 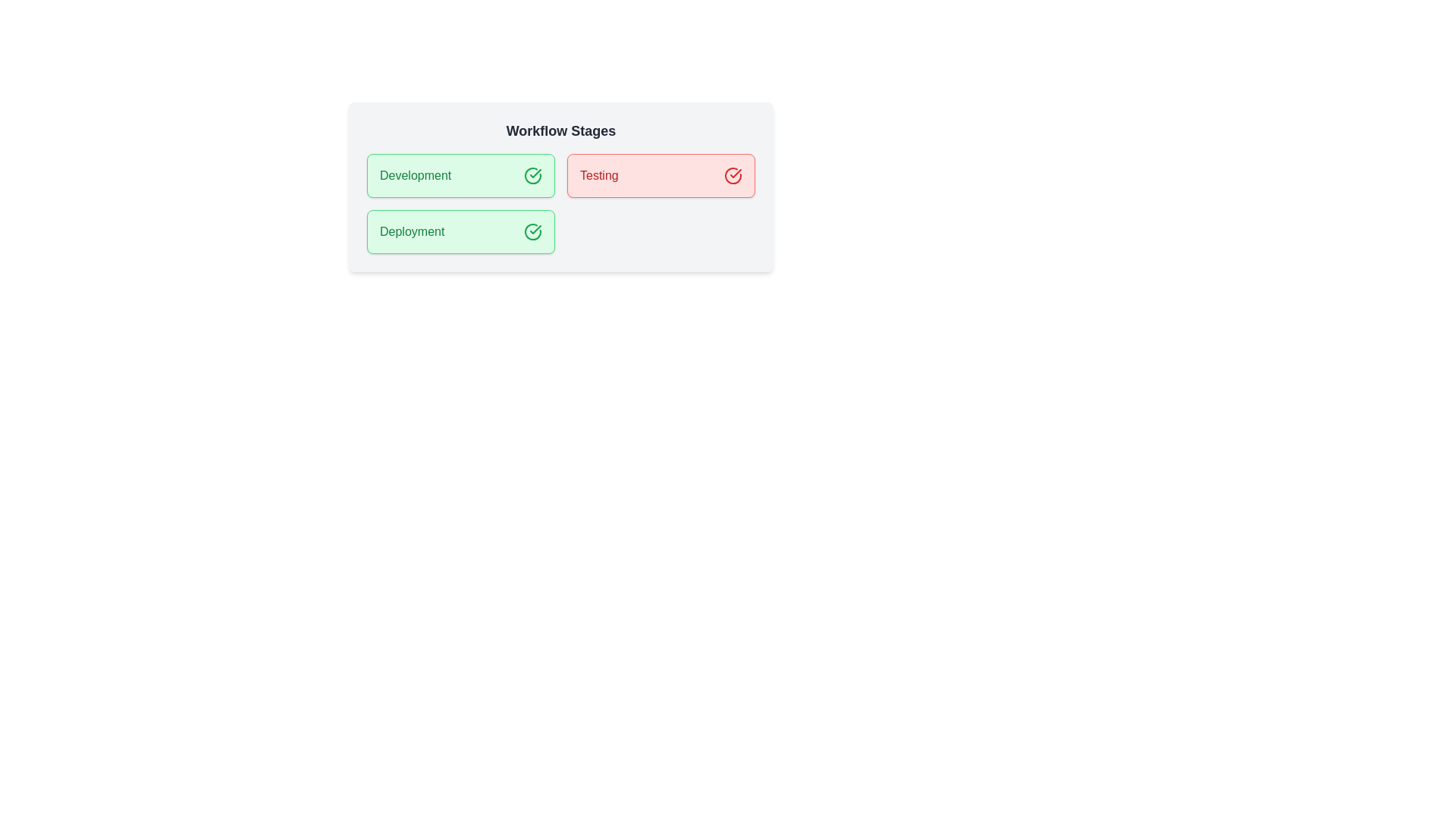 What do you see at coordinates (535, 230) in the screenshot?
I see `the green check mark icon inside the green circular boundary associated with the 'Development' label in the 'Workflow Stages' section` at bounding box center [535, 230].